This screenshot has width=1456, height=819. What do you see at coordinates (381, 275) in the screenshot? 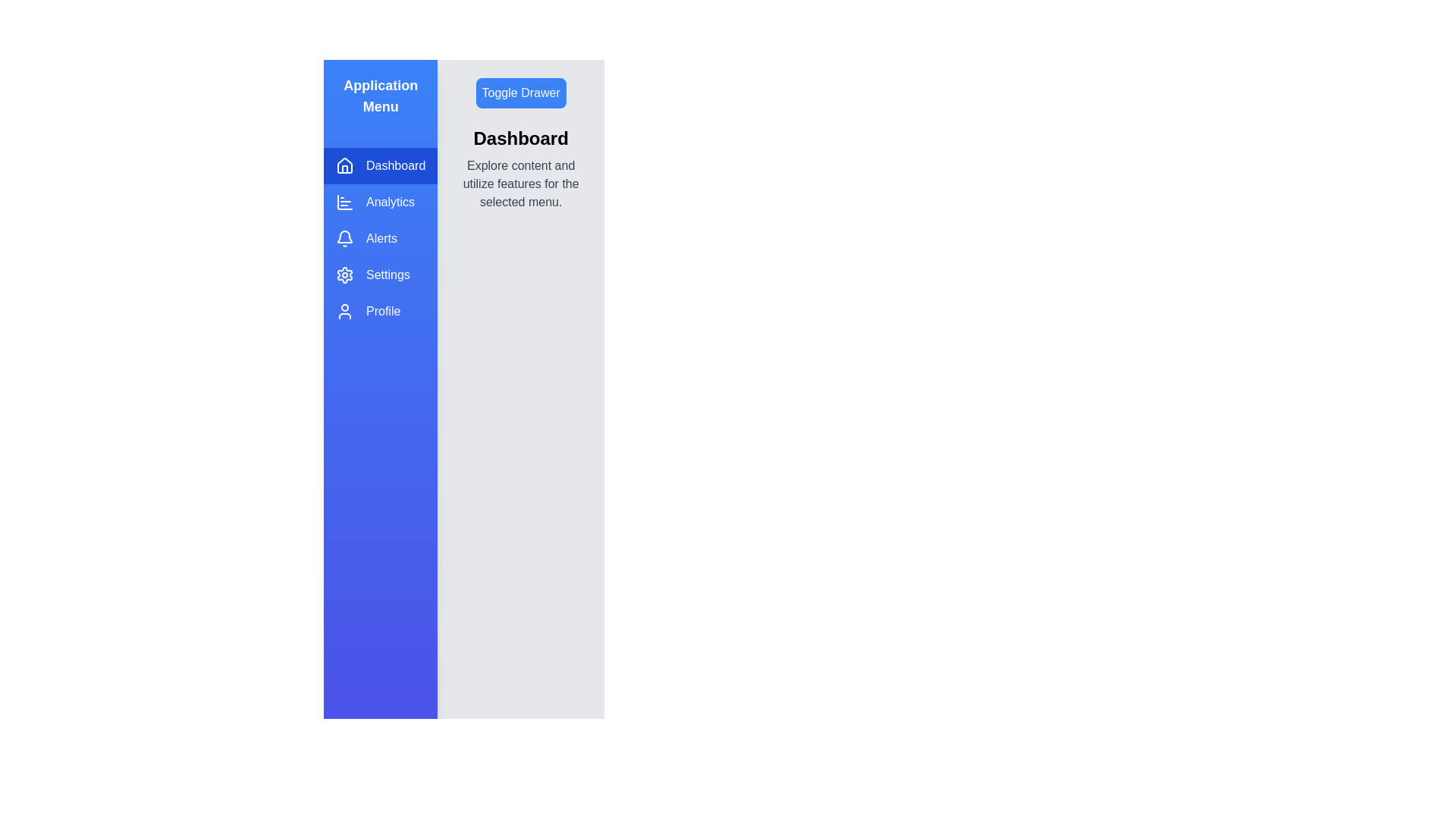
I see `the menu item Settings from the drawer to switch to the corresponding section` at bounding box center [381, 275].